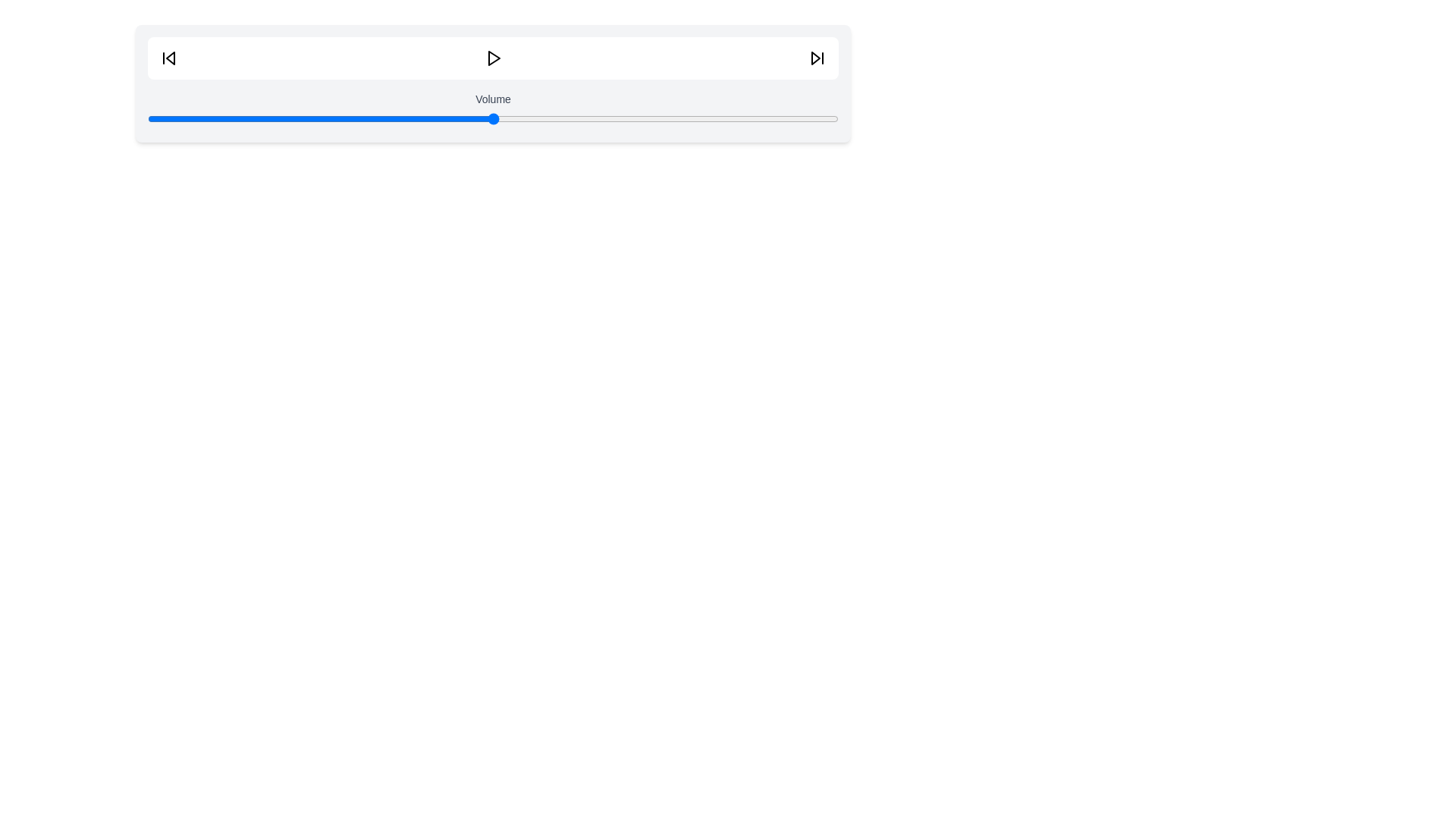 This screenshot has width=1456, height=819. I want to click on the skip-backward button located at the top left of the media control interface, so click(168, 58).